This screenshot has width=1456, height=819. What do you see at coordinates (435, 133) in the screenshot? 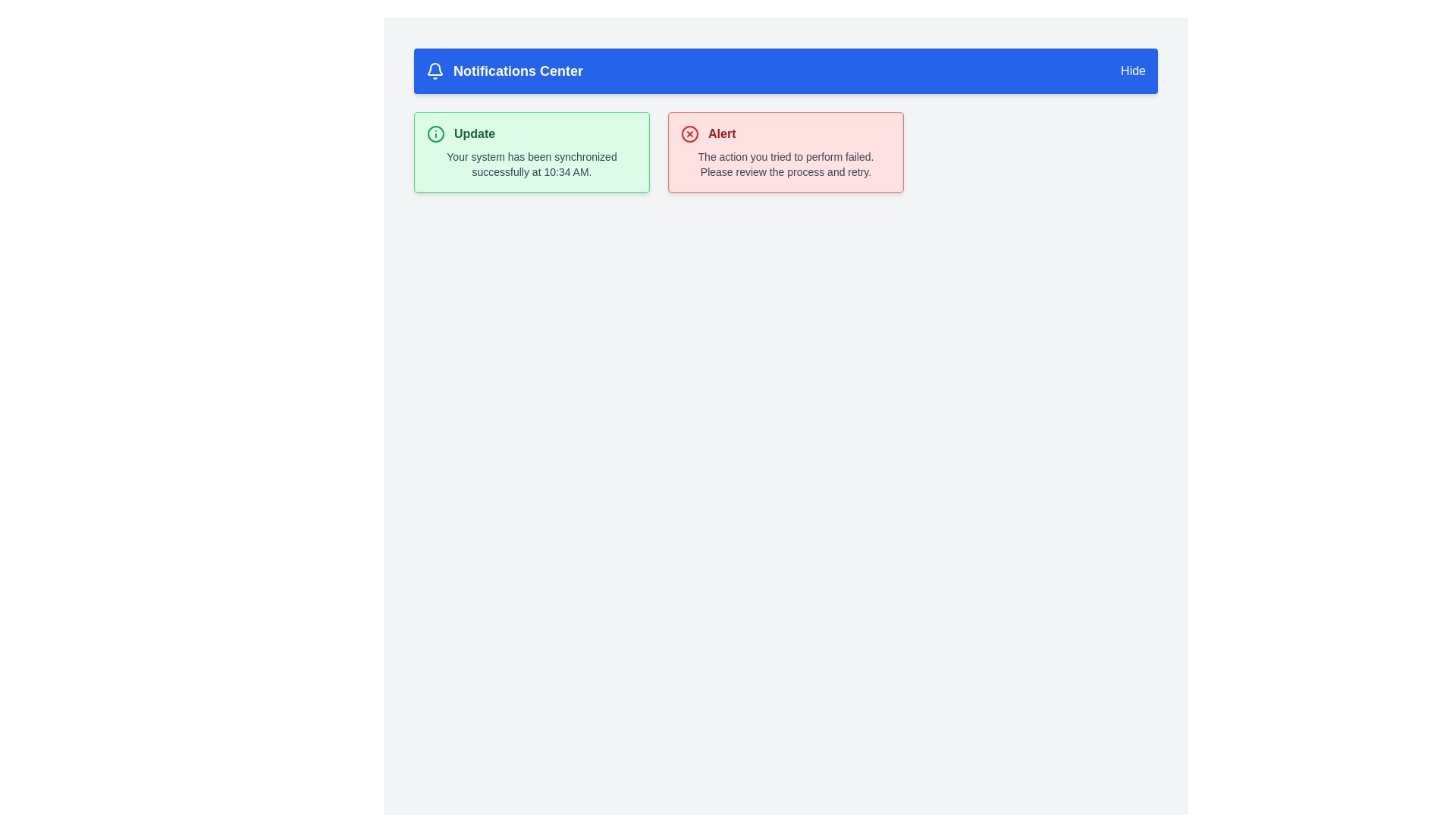
I see `the circular shape within the notification icon for the 'Update' message, which is located in the top-left corner of the green notification entry` at bounding box center [435, 133].